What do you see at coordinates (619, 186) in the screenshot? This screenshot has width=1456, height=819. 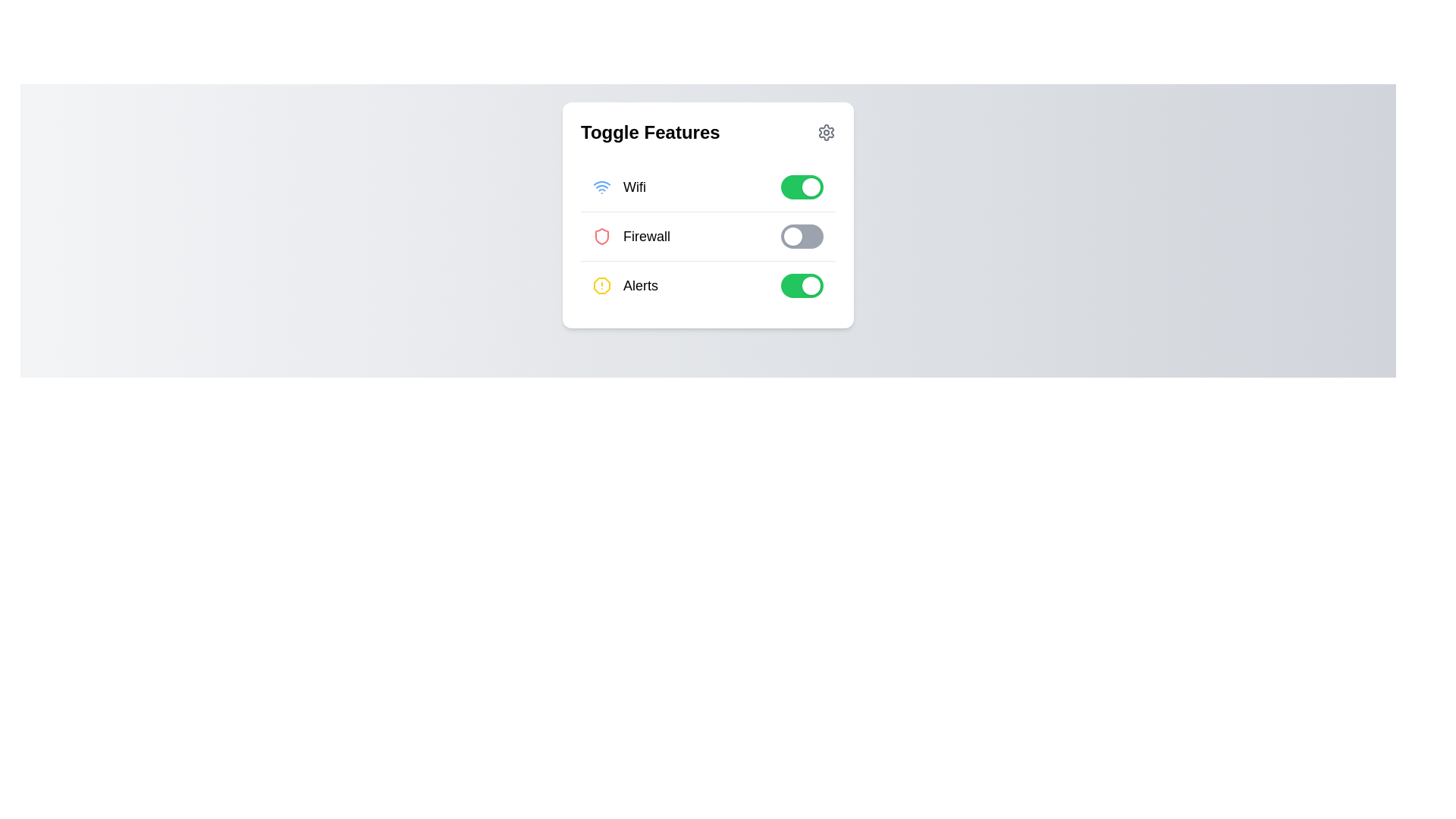 I see `the Label with a blue WiFi icon and the text 'Wifi'` at bounding box center [619, 186].